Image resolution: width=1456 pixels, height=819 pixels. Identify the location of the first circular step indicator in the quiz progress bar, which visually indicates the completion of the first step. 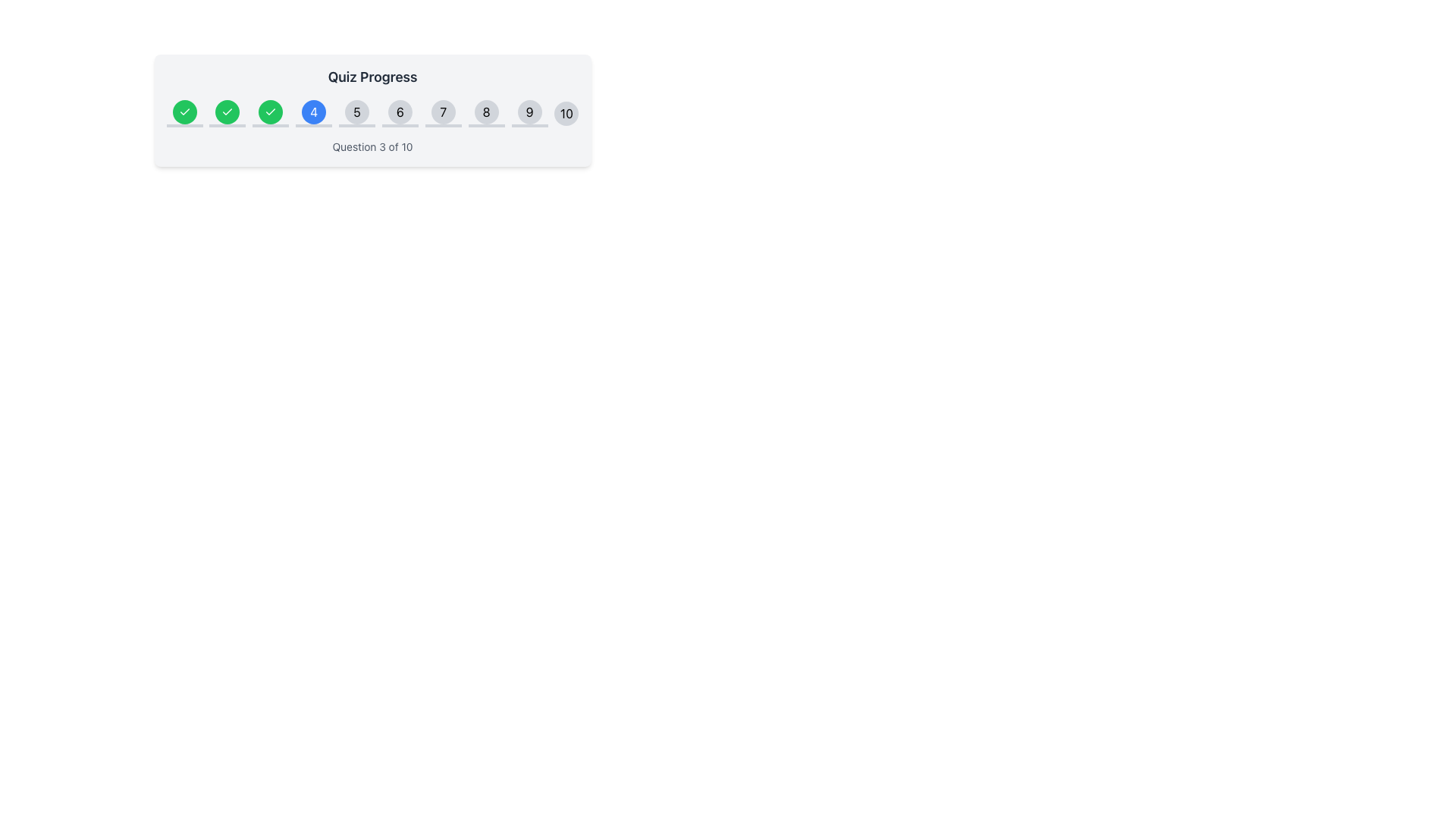
(184, 113).